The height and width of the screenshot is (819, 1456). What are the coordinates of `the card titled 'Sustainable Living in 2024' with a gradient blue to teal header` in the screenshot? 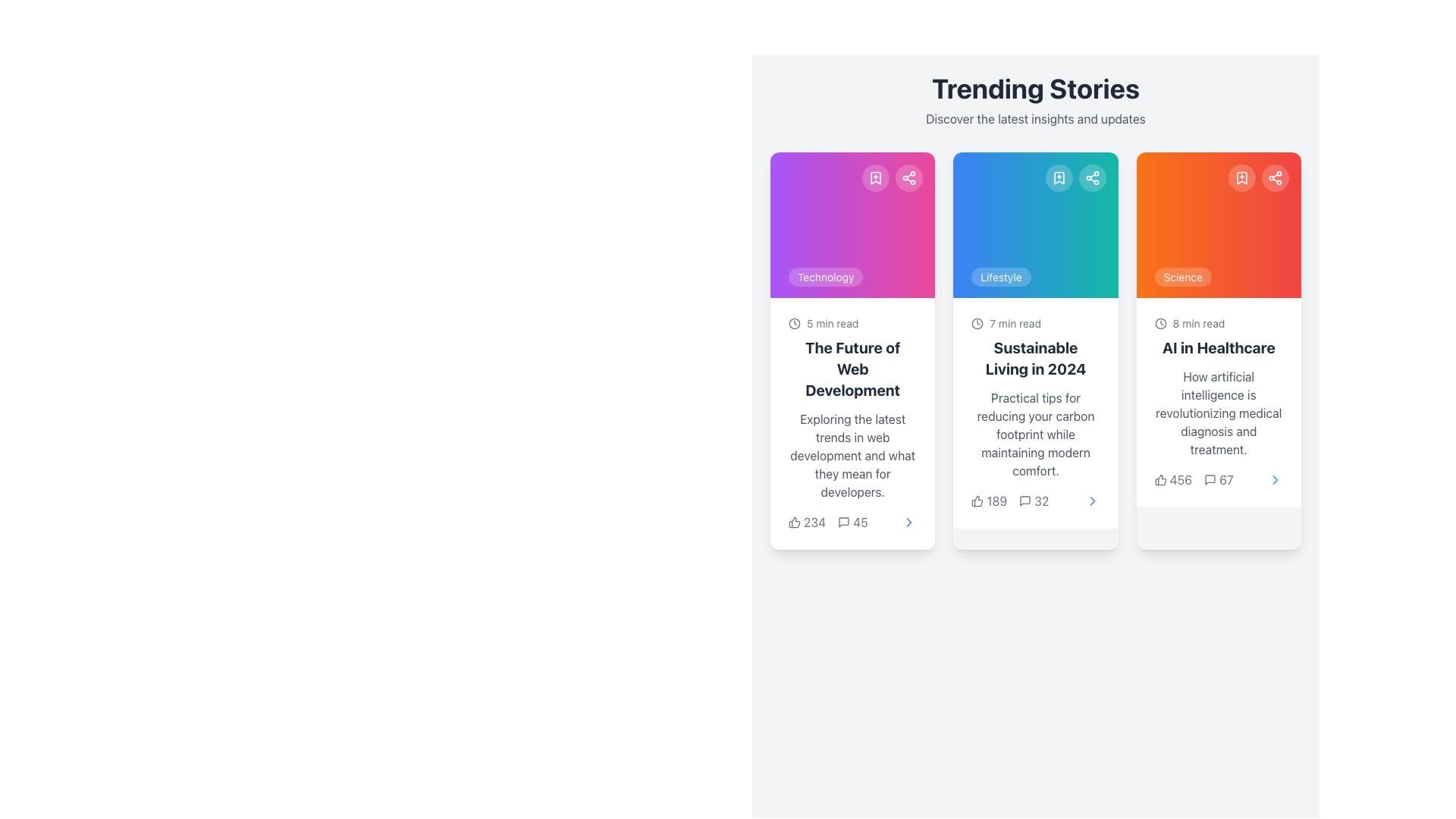 It's located at (1035, 350).